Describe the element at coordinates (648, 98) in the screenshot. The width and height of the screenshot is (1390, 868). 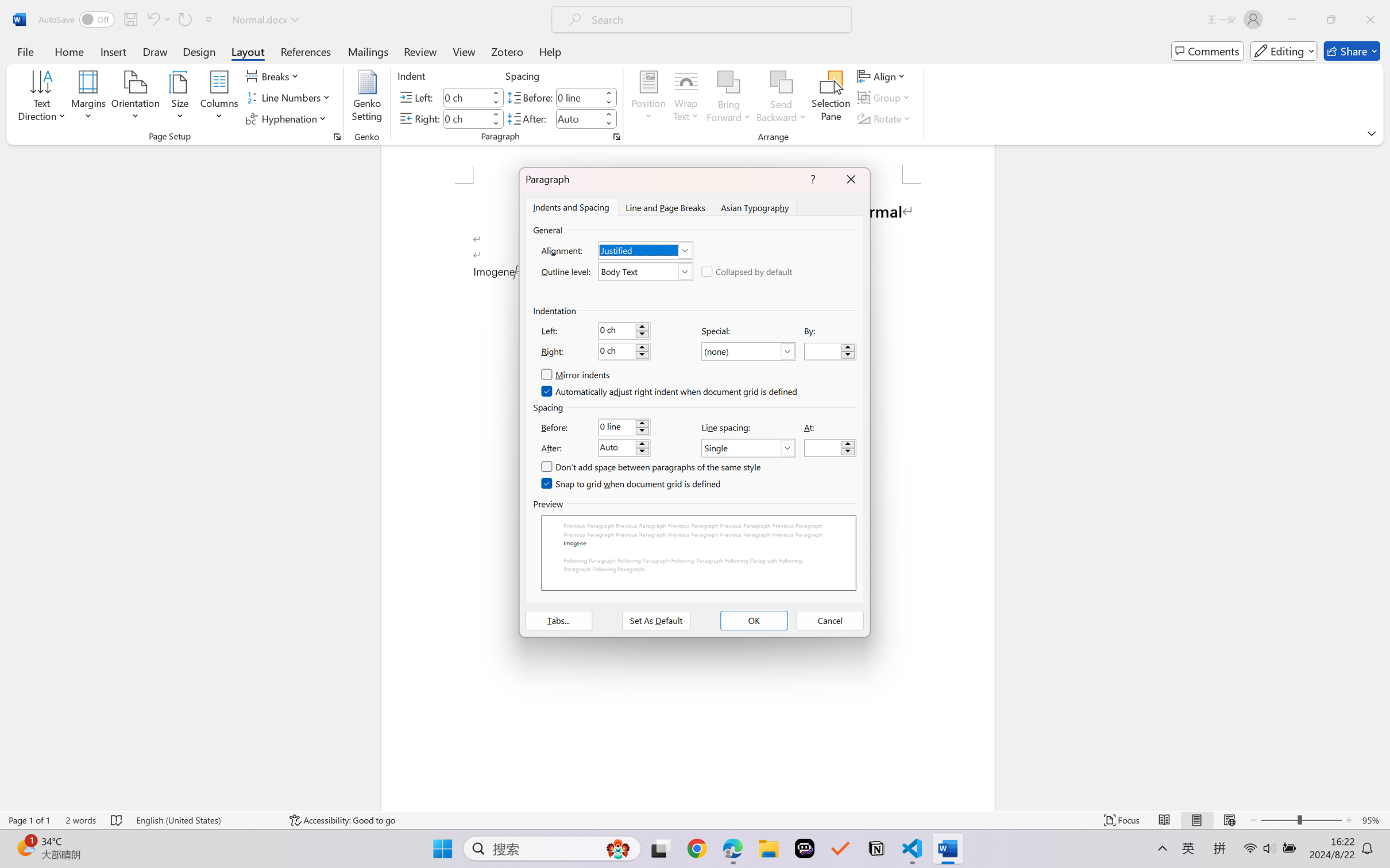
I see `'Position'` at that location.